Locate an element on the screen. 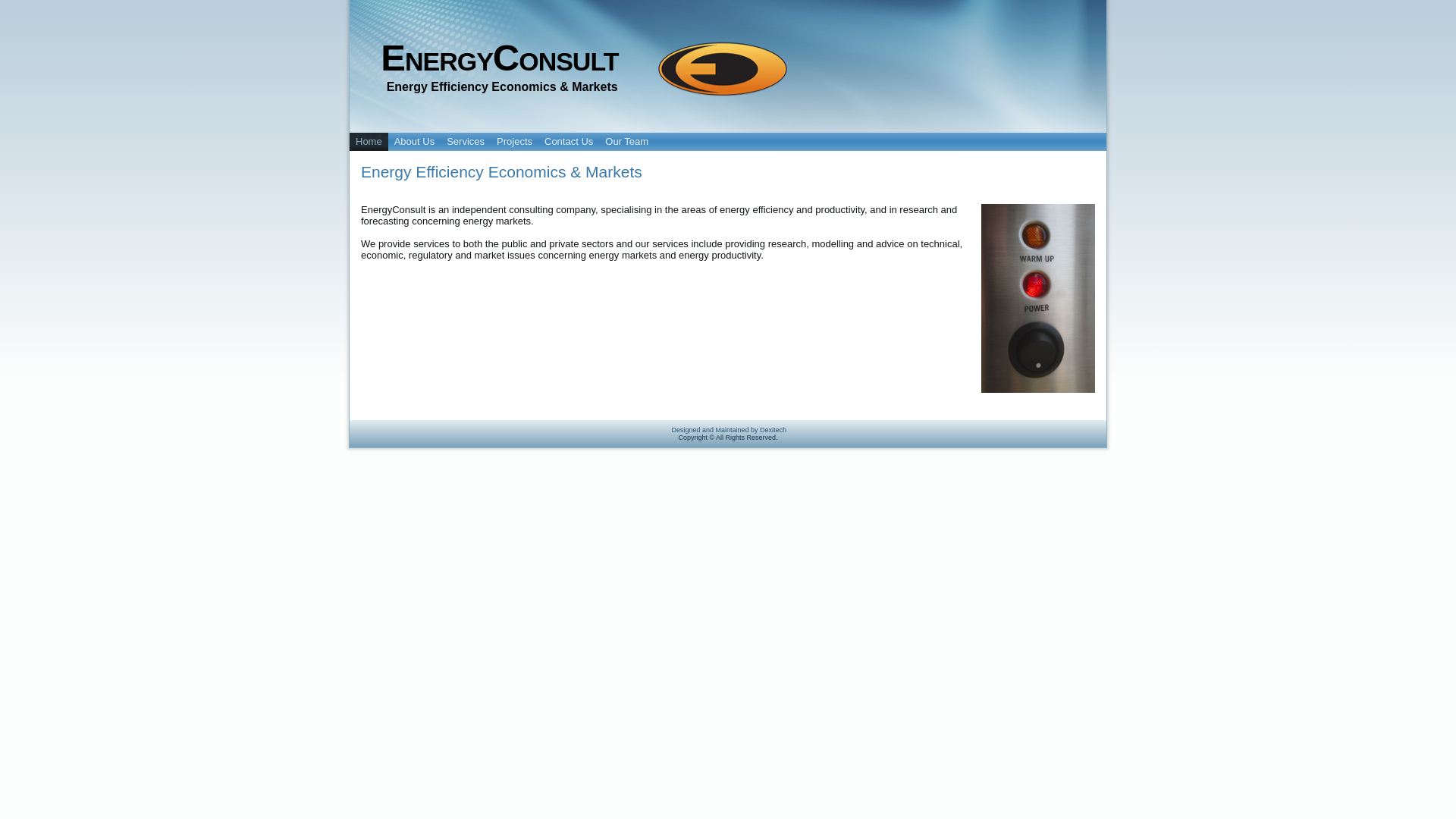 The height and width of the screenshot is (819, 1456). 'About Us' is located at coordinates (414, 141).